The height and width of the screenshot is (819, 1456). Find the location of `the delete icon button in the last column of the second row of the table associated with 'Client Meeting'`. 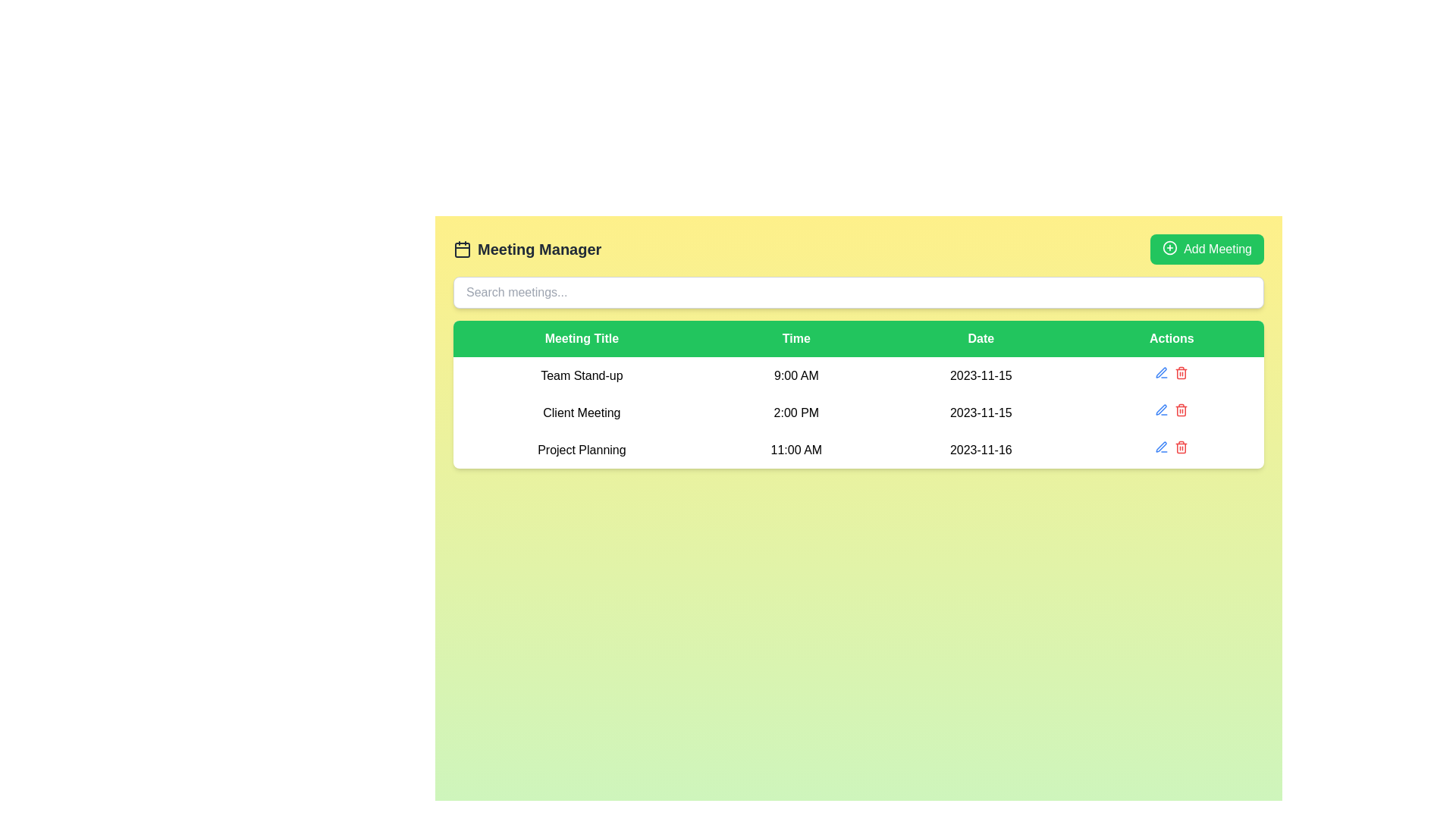

the delete icon button in the last column of the second row of the table associated with 'Client Meeting' is located at coordinates (1181, 373).